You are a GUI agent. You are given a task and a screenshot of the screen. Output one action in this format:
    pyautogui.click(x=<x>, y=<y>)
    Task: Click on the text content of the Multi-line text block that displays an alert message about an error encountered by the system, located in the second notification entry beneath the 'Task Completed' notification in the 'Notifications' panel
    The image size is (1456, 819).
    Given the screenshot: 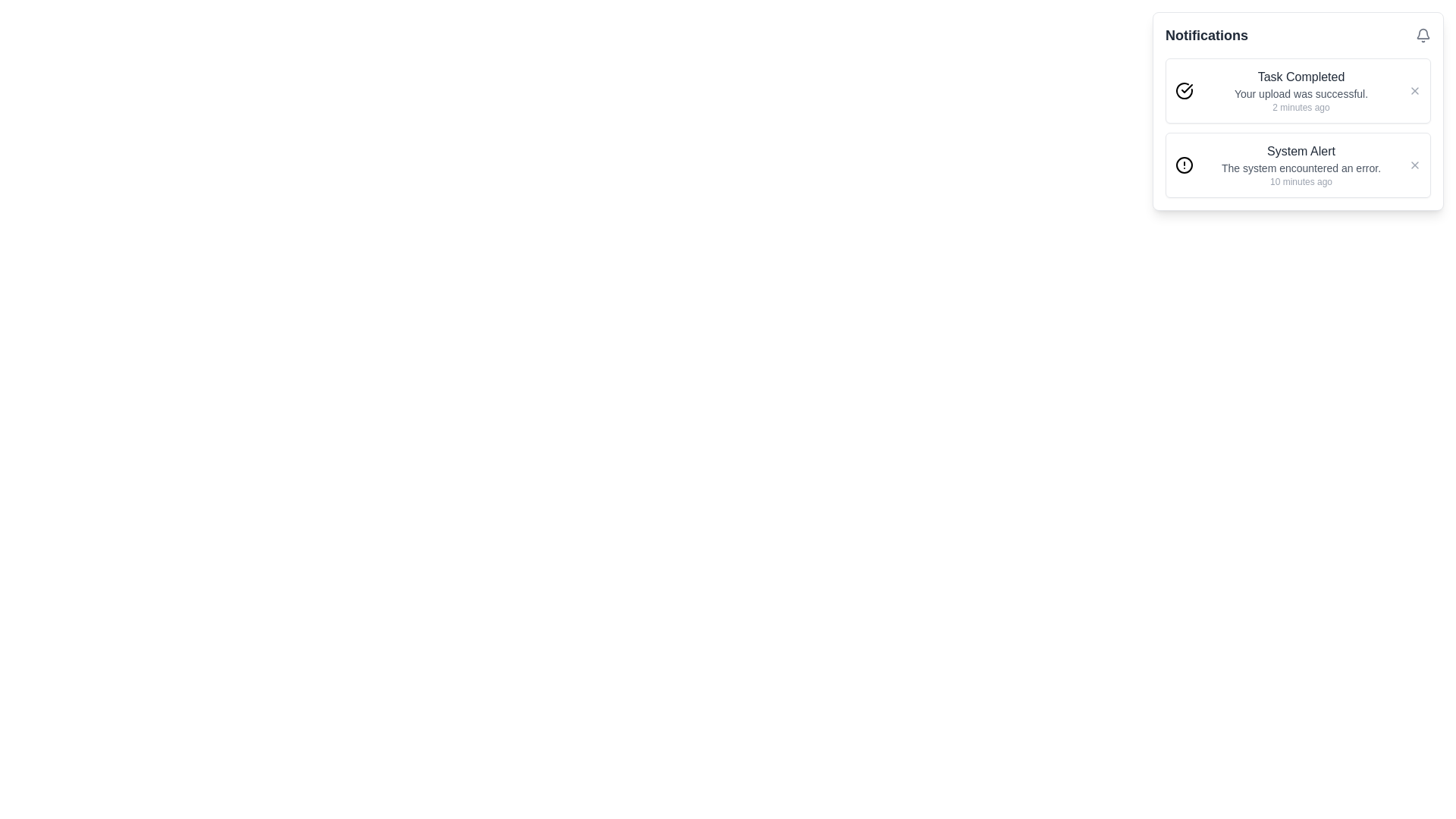 What is the action you would take?
    pyautogui.click(x=1301, y=165)
    